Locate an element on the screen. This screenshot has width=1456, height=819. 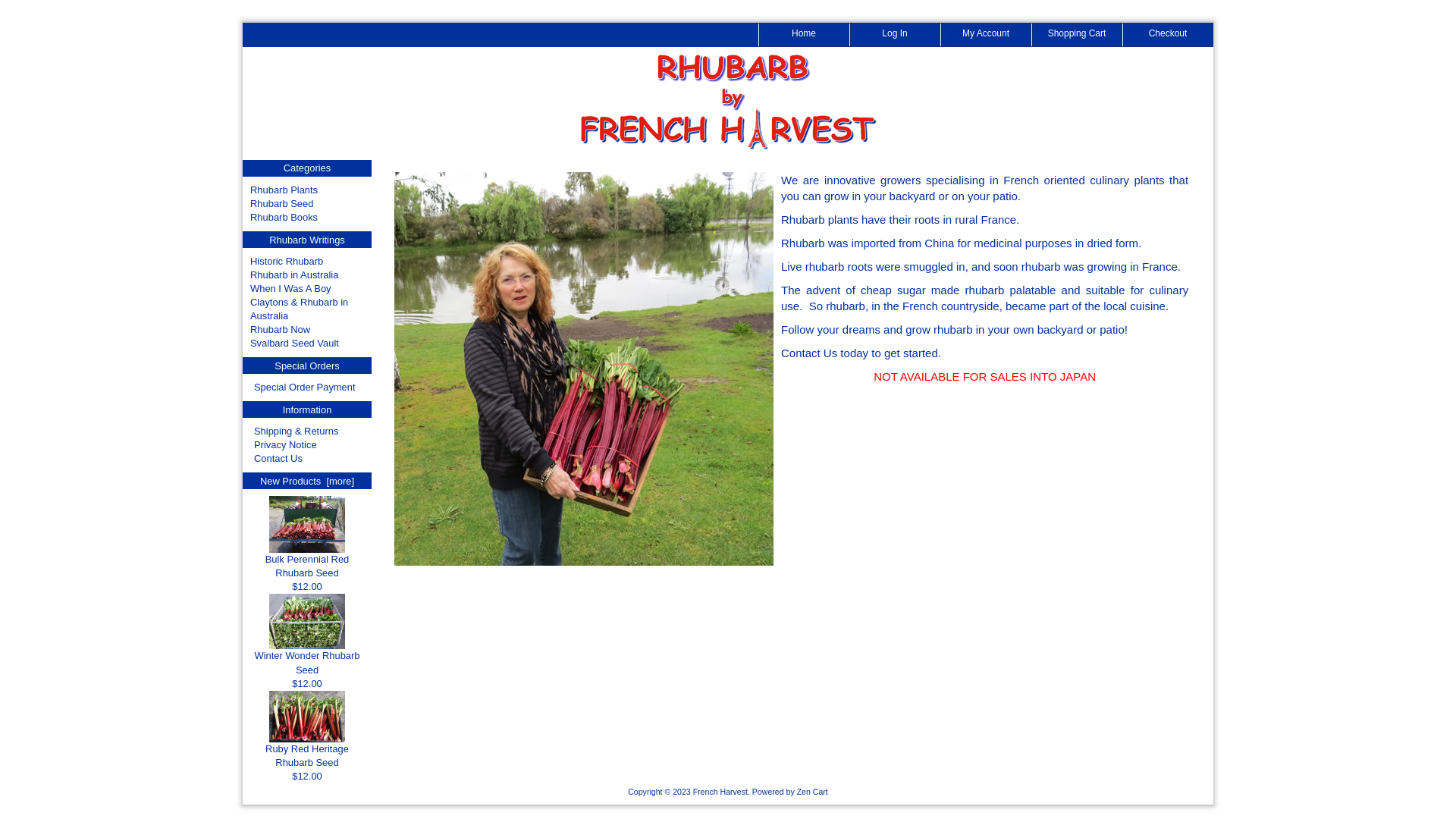
'Winter Wonder Rhubarb Seed' is located at coordinates (306, 657).